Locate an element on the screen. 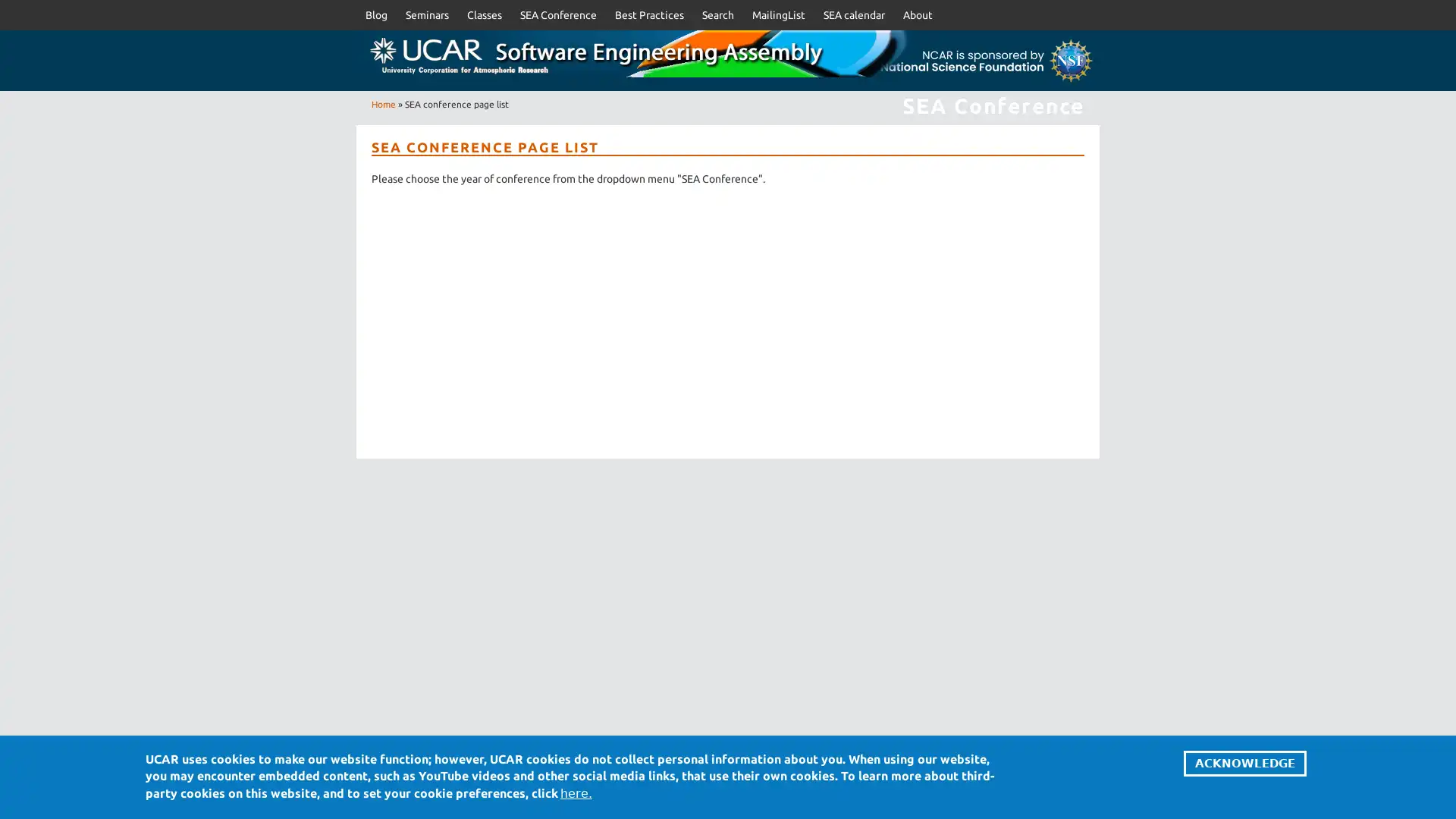 The height and width of the screenshot is (819, 1456). ACKNOWLEDGE is located at coordinates (1244, 763).